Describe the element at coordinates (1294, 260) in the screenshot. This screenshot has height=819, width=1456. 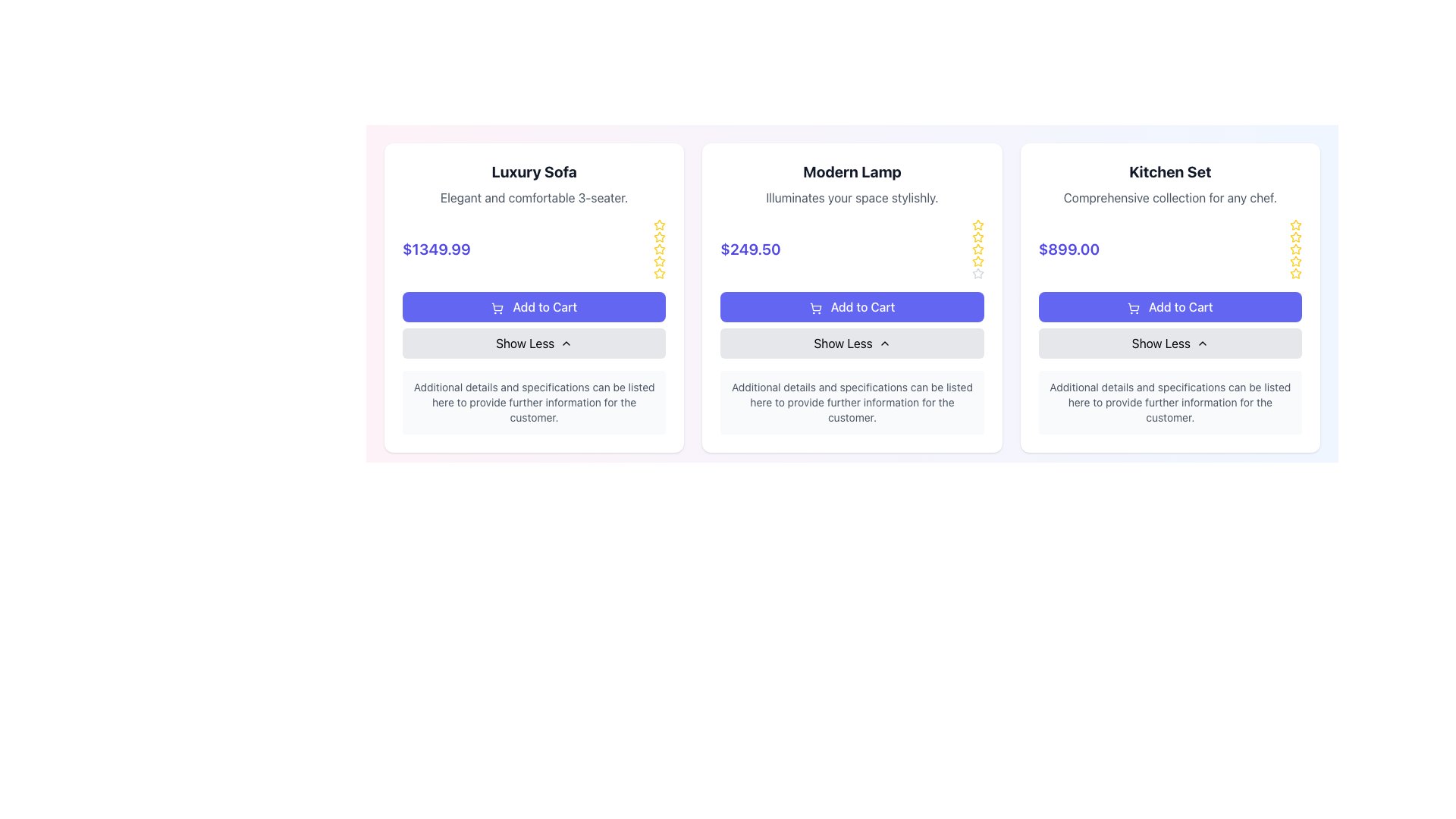
I see `the fifth star icon representing an active rating in the 'Kitchen Set' product card` at that location.